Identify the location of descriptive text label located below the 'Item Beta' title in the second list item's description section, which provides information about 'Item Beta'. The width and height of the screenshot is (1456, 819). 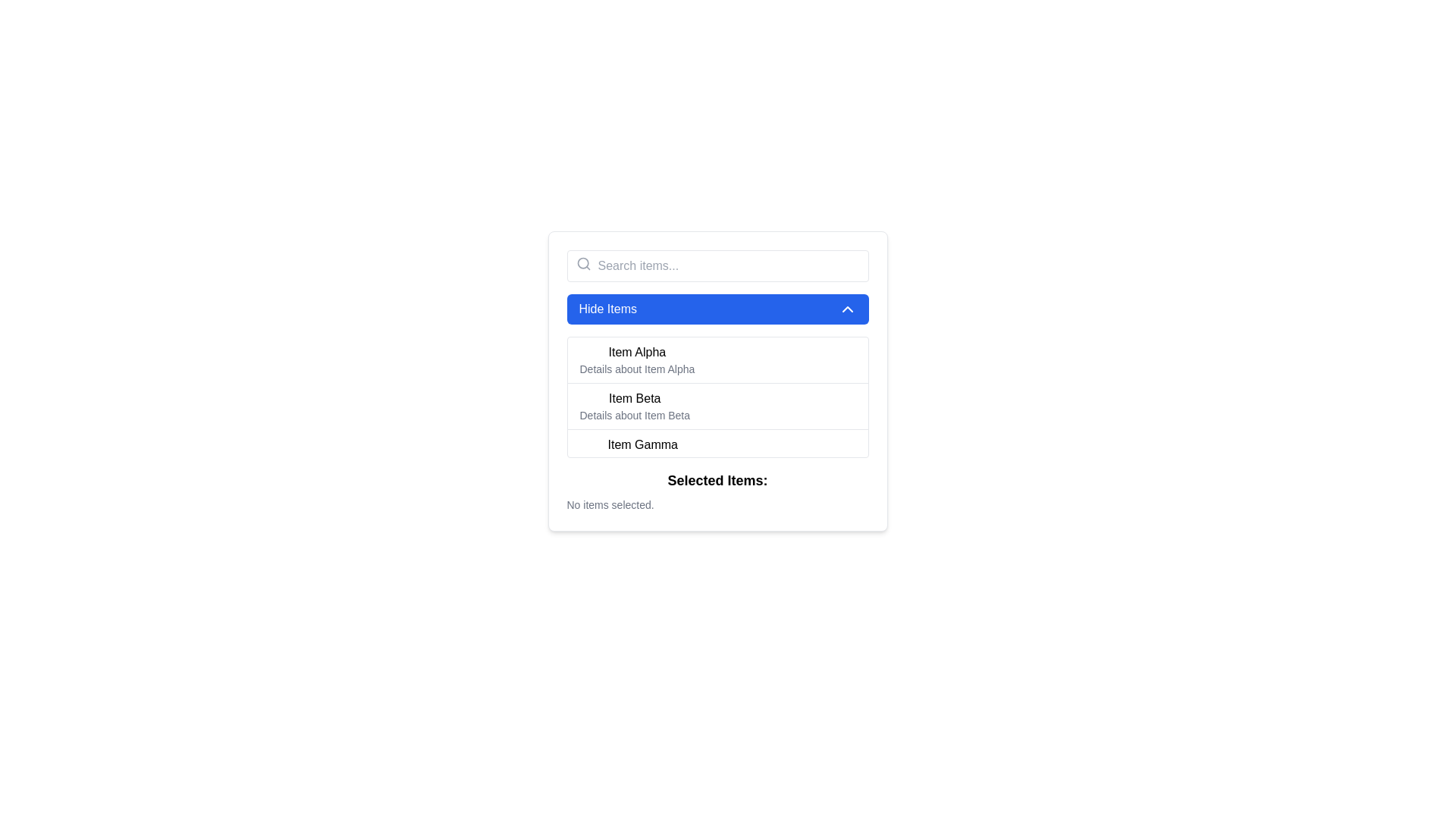
(635, 415).